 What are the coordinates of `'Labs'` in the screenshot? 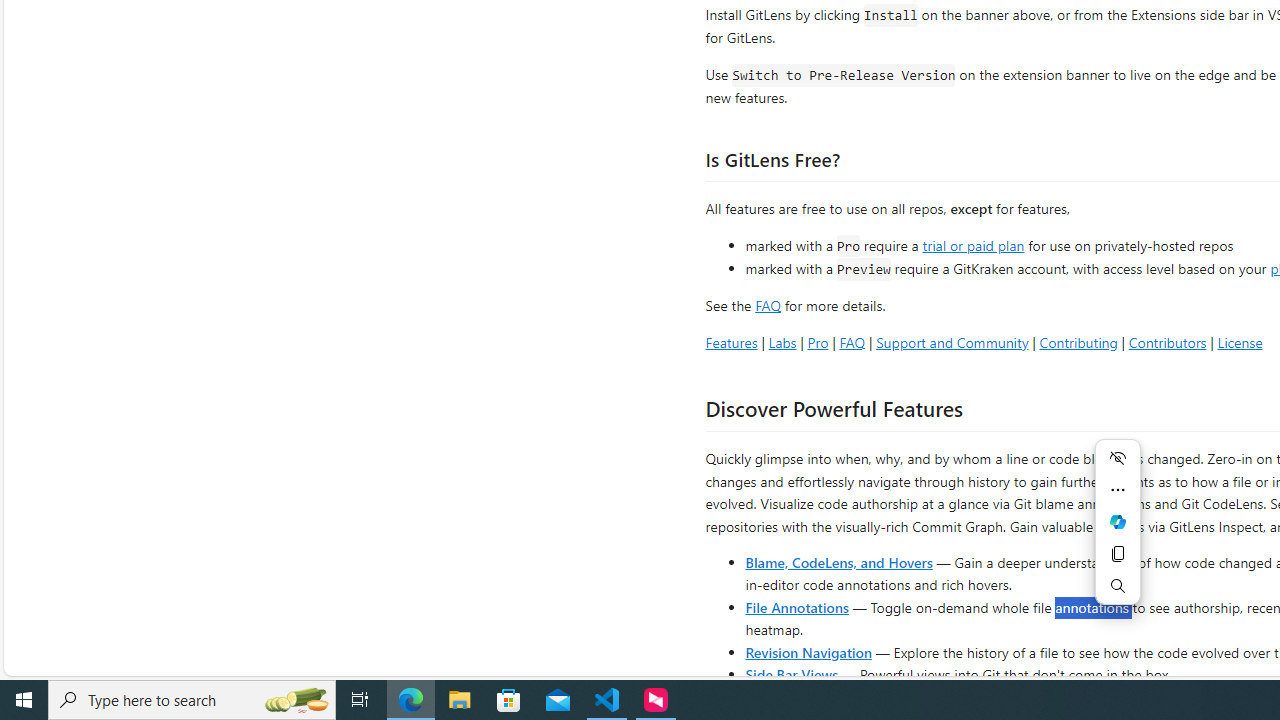 It's located at (781, 341).